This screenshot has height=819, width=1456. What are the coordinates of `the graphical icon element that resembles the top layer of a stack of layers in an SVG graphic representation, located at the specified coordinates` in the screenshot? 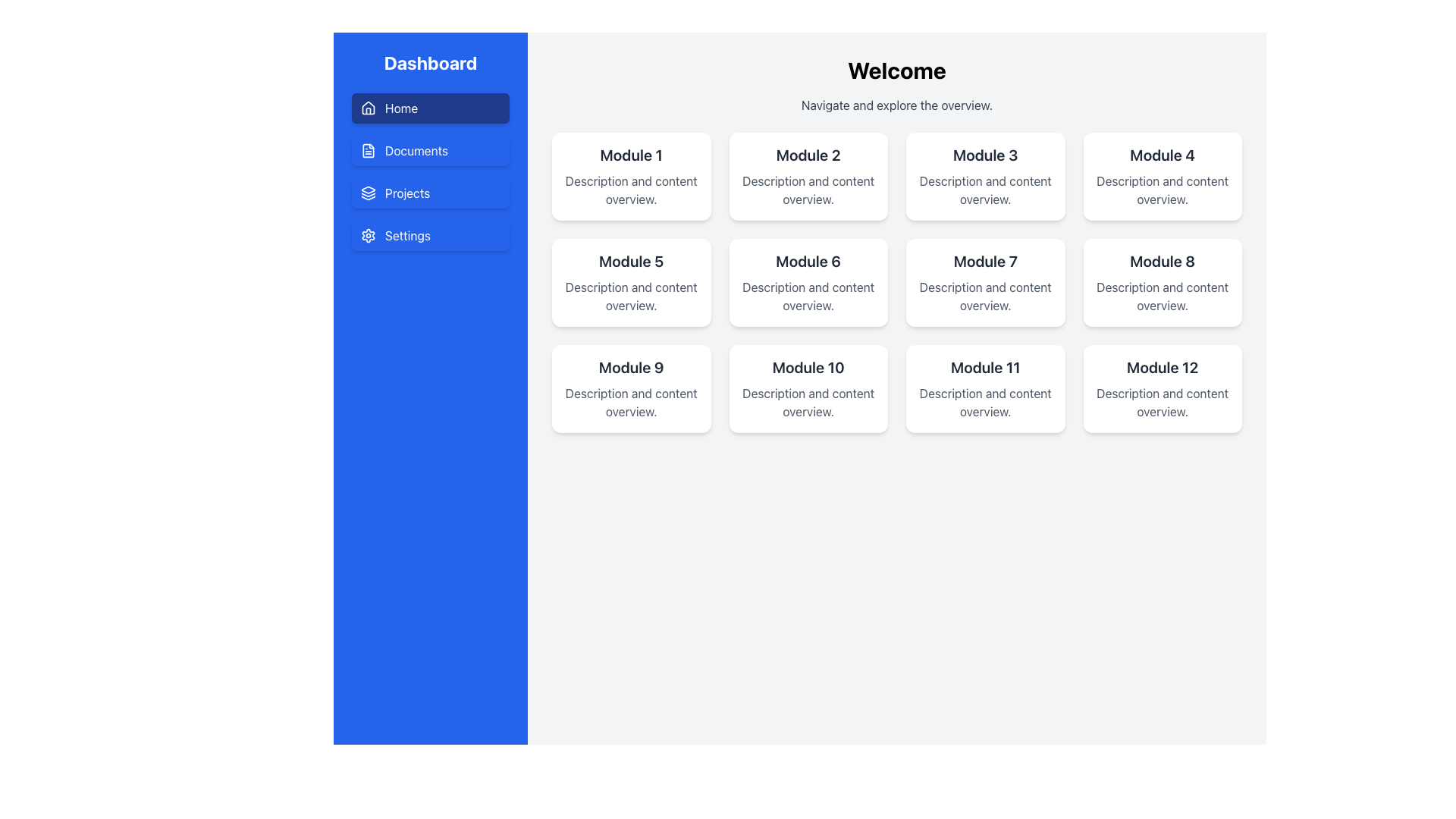 It's located at (368, 189).